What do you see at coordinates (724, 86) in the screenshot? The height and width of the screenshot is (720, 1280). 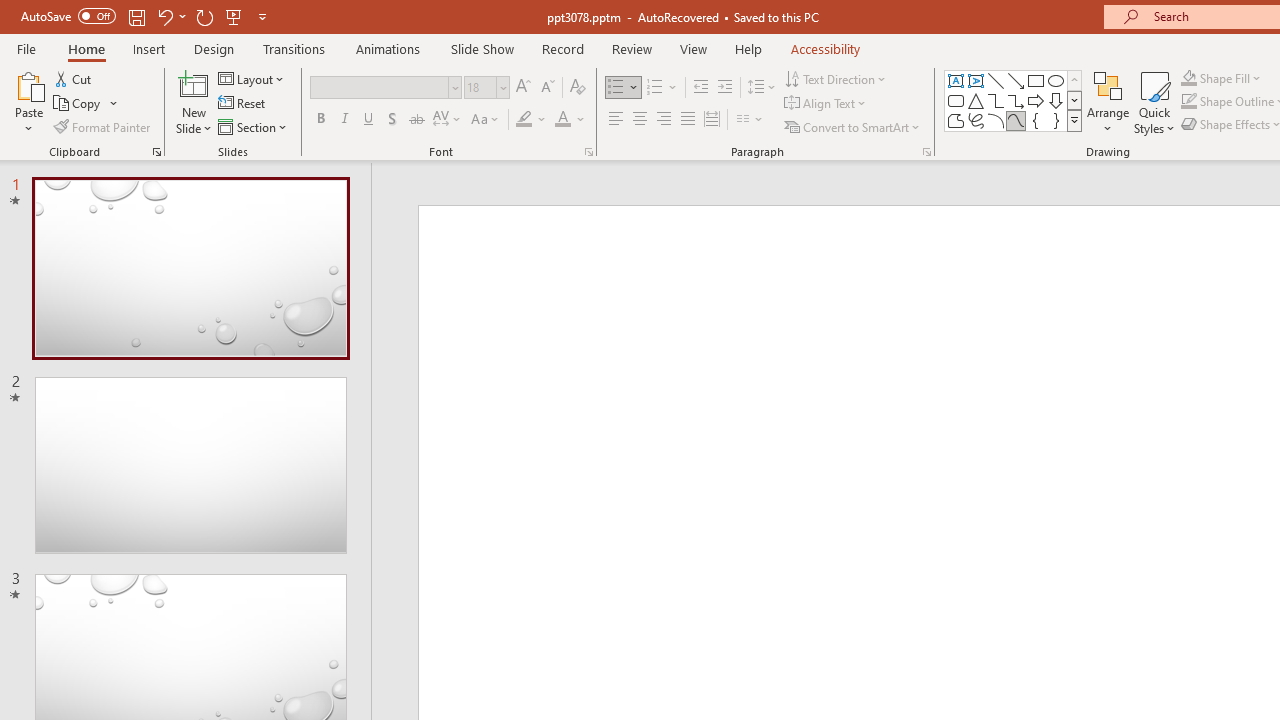 I see `'Increase Indent'` at bounding box center [724, 86].